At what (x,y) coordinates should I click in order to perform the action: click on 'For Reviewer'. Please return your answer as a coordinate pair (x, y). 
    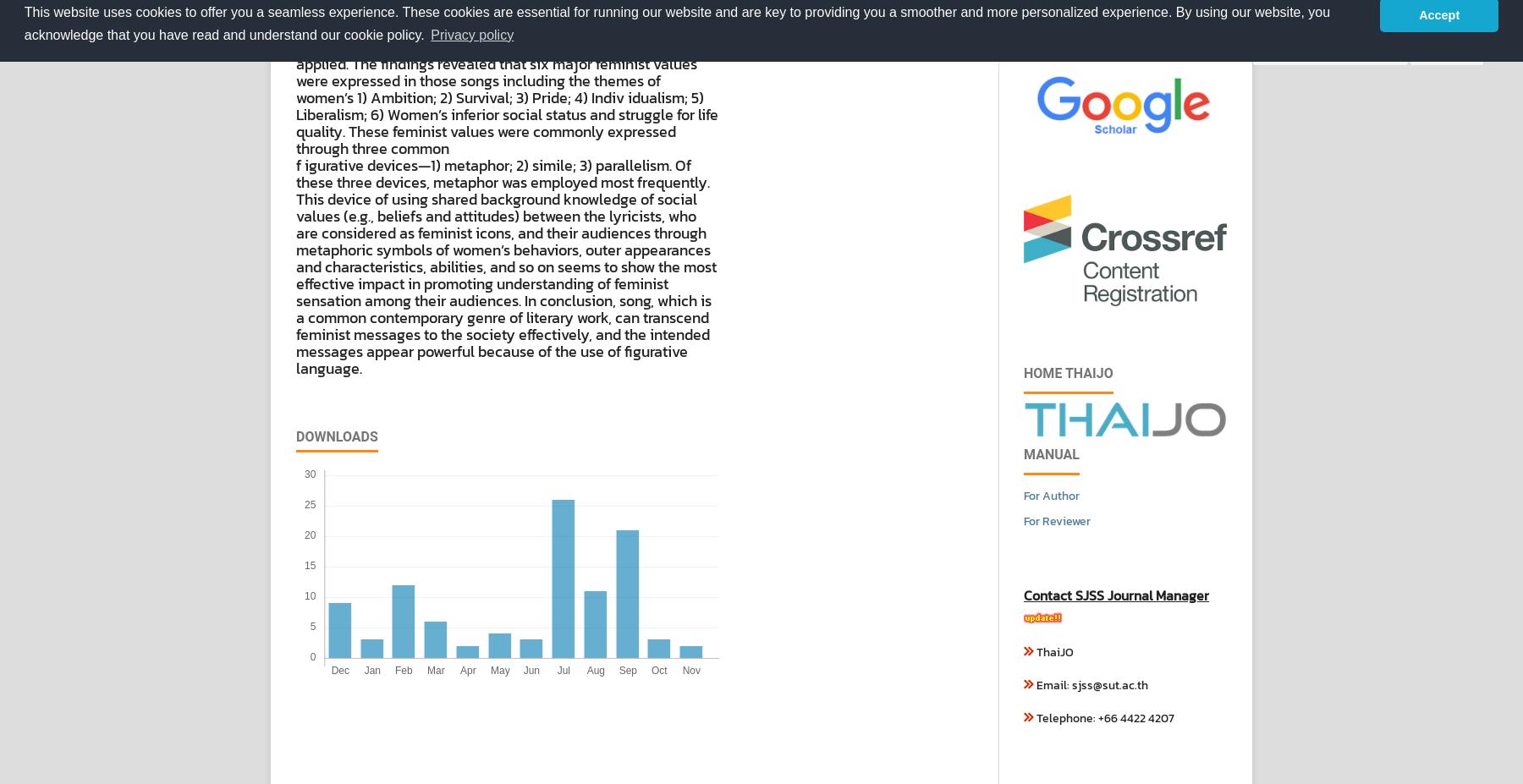
    Looking at the image, I should click on (1057, 521).